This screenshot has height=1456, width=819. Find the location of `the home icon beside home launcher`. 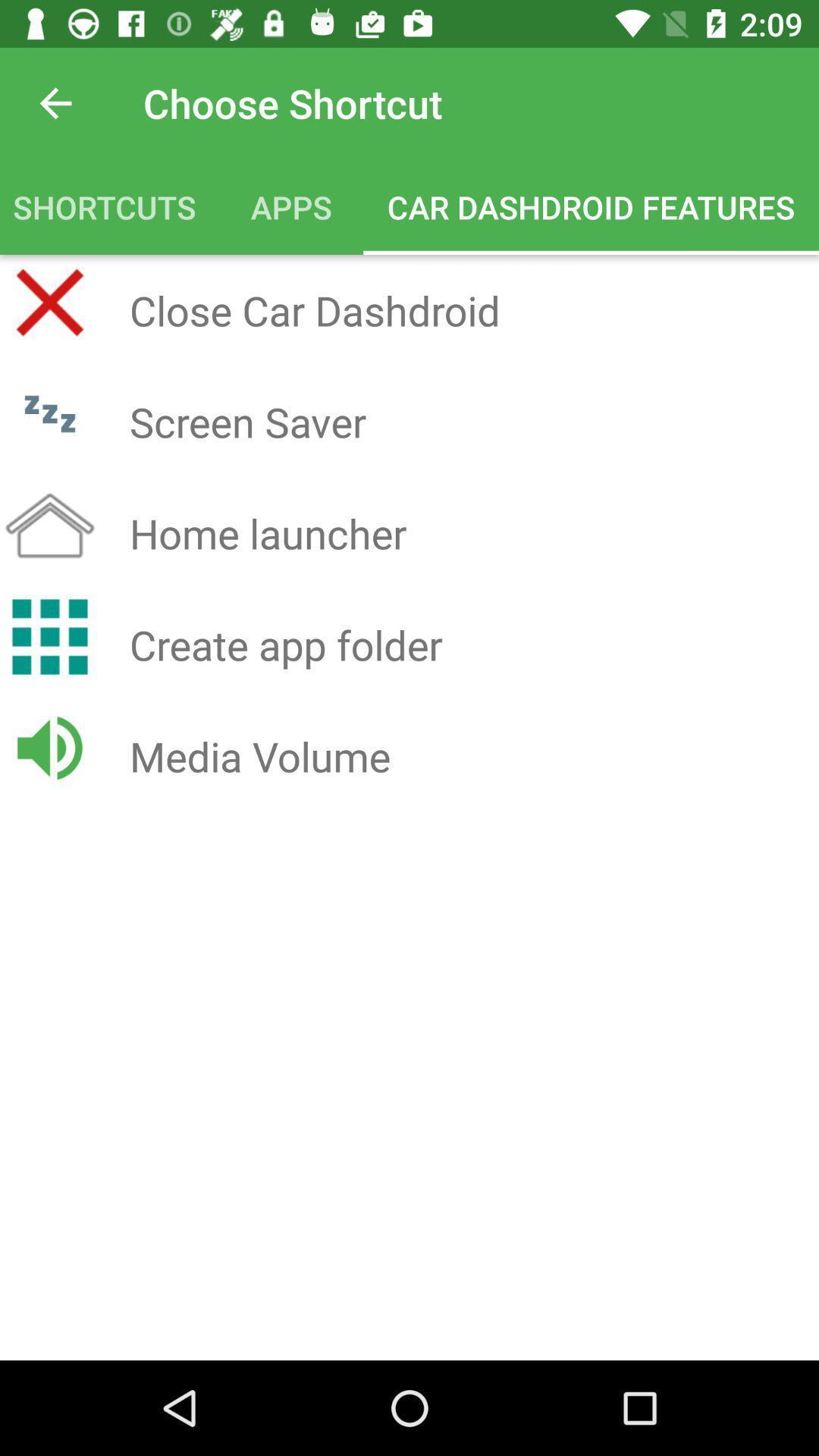

the home icon beside home launcher is located at coordinates (49, 525).